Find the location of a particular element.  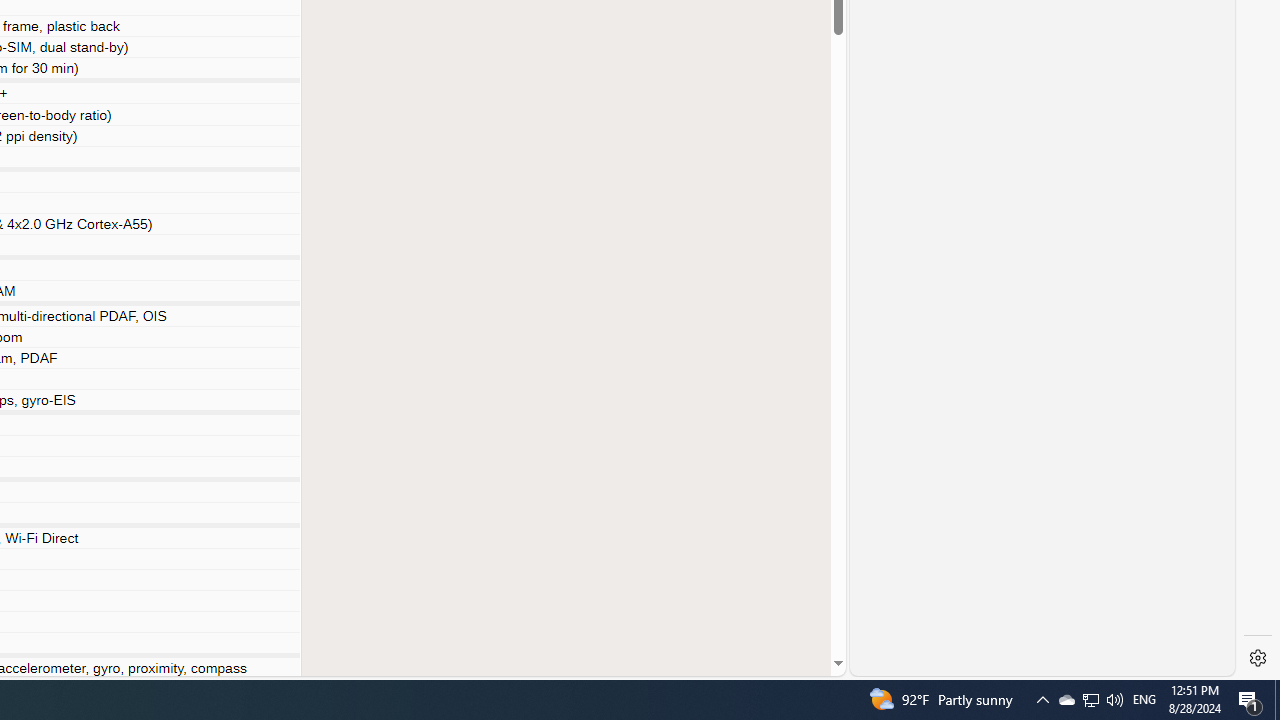

'Settings' is located at coordinates (1257, 658).